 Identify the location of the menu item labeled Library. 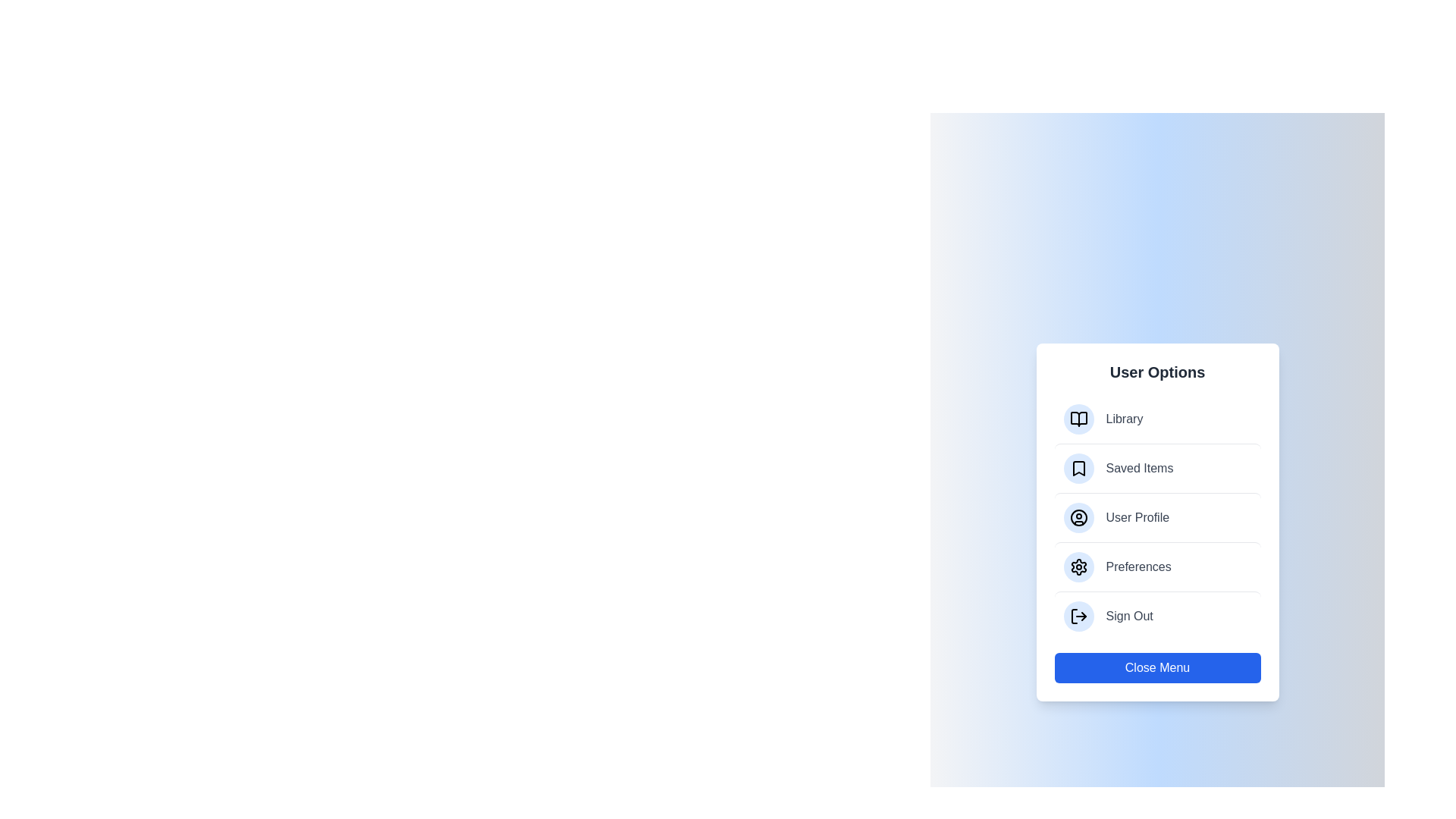
(1156, 419).